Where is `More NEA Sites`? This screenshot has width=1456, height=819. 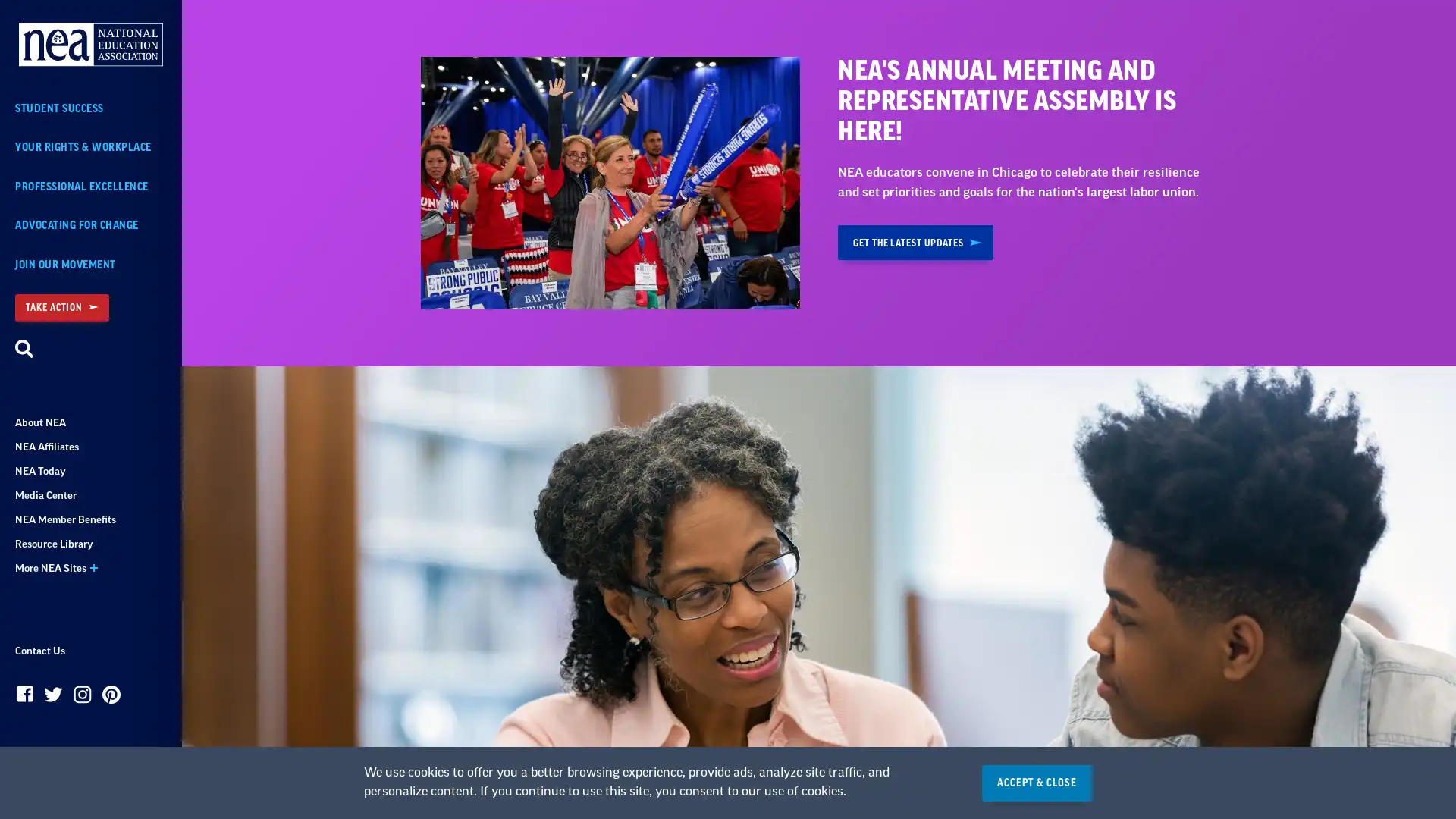 More NEA Sites is located at coordinates (90, 568).